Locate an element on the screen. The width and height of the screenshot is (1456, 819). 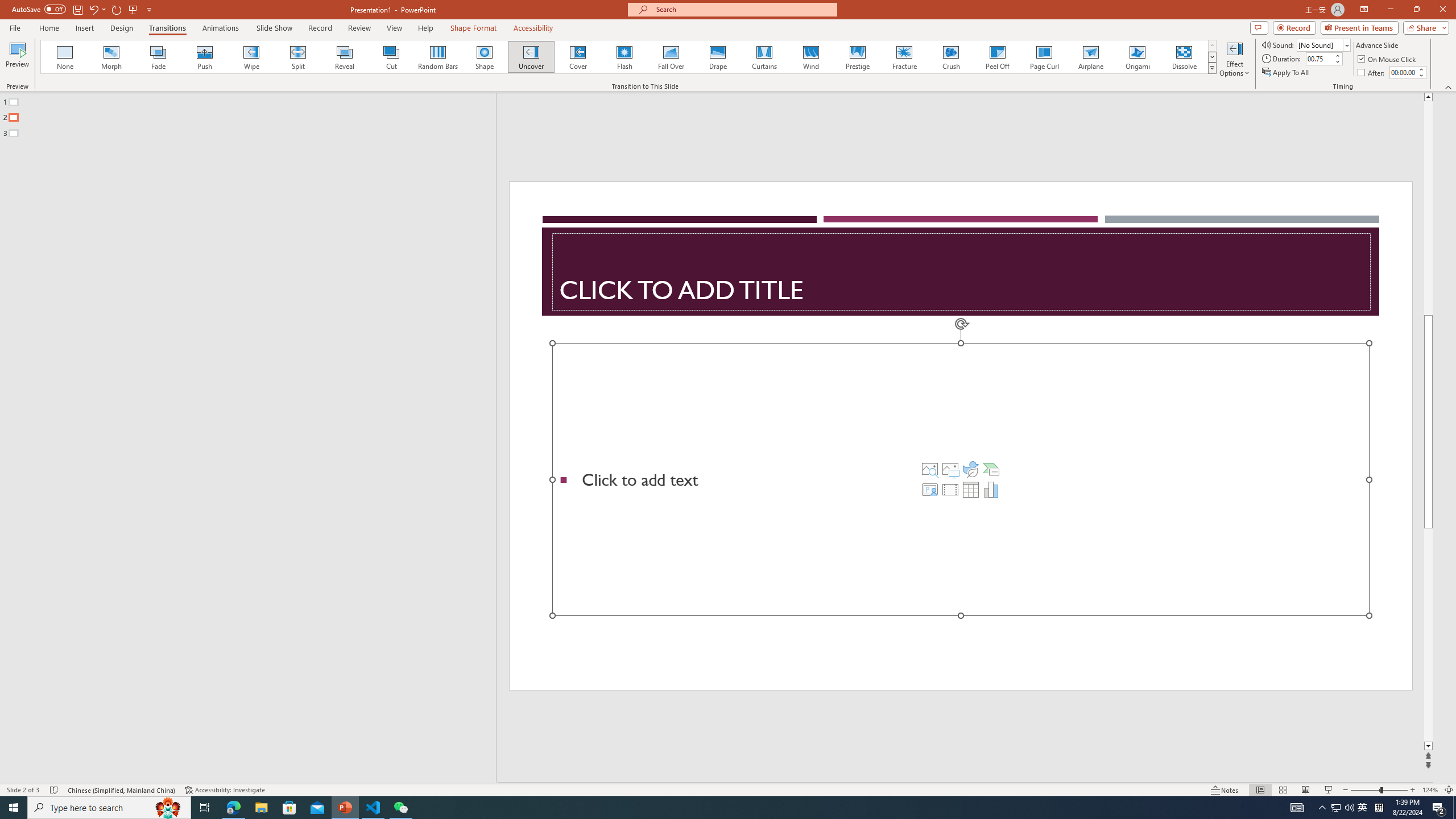
'Prestige' is located at coordinates (857, 56).